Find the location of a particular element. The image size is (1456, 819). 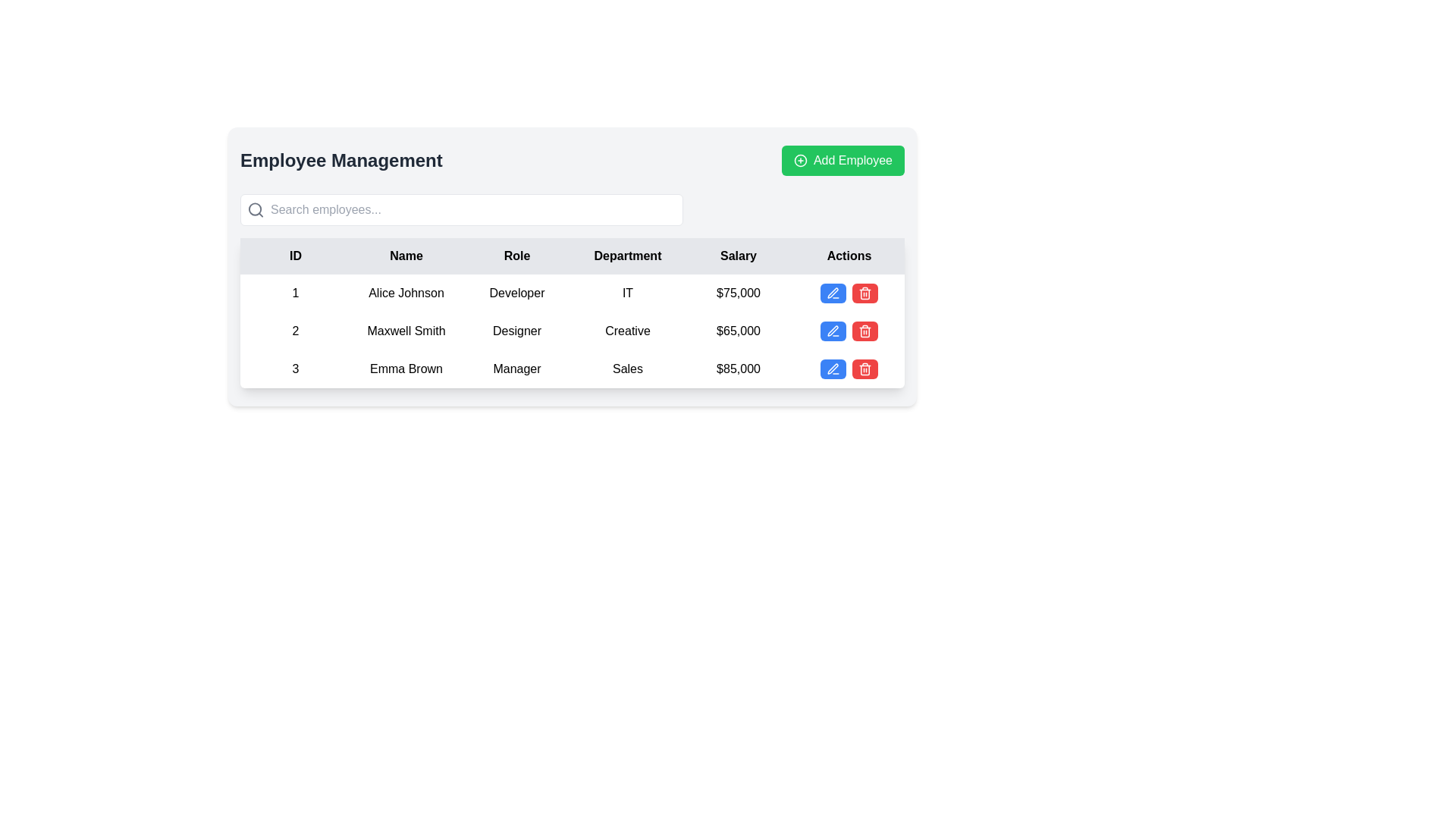

the text label displaying the number '3' in the bottom row of the table under the 'ID' column, which corresponds to 'Emma Brown' is located at coordinates (295, 369).